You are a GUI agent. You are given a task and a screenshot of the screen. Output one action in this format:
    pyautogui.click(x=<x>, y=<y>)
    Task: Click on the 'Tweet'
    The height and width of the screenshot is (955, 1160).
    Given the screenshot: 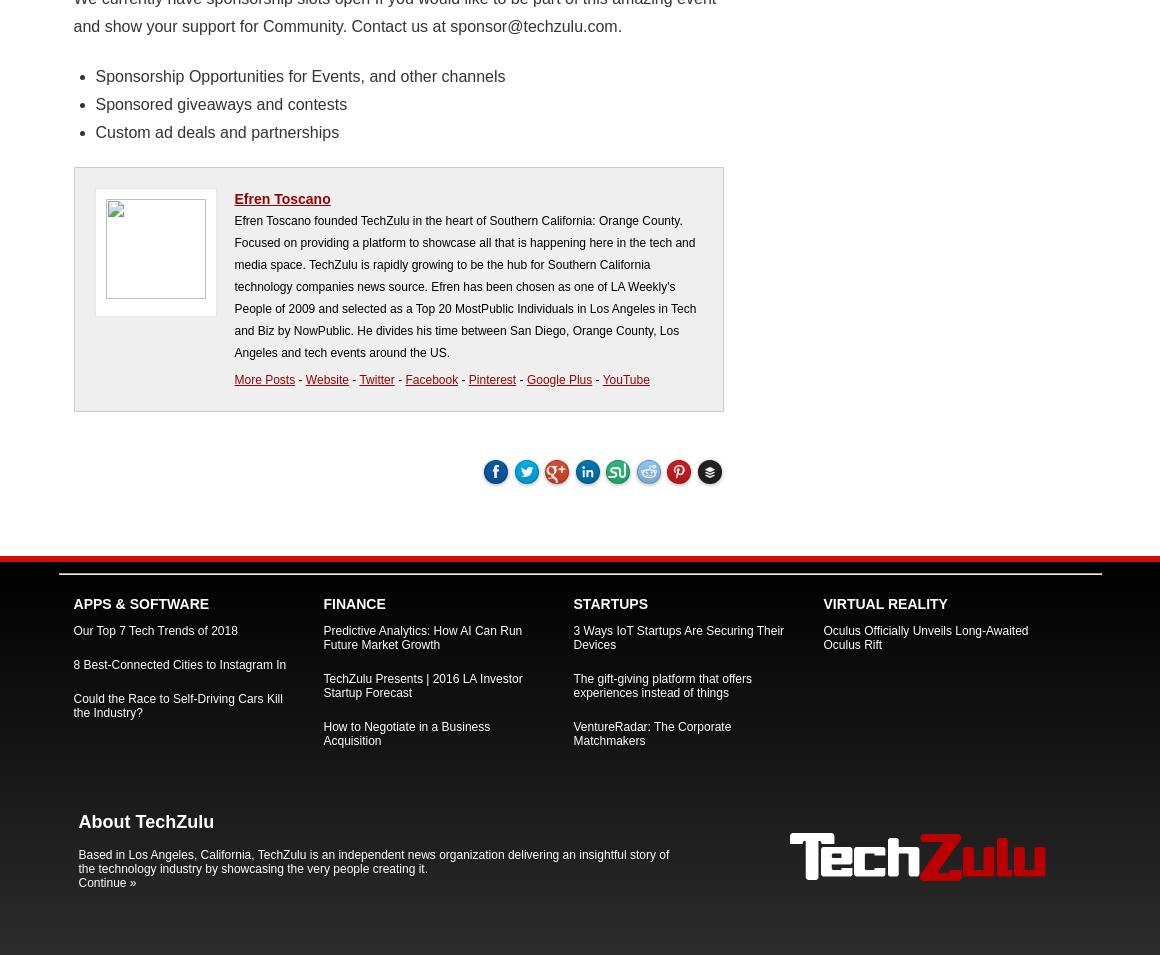 What is the action you would take?
    pyautogui.click(x=522, y=473)
    